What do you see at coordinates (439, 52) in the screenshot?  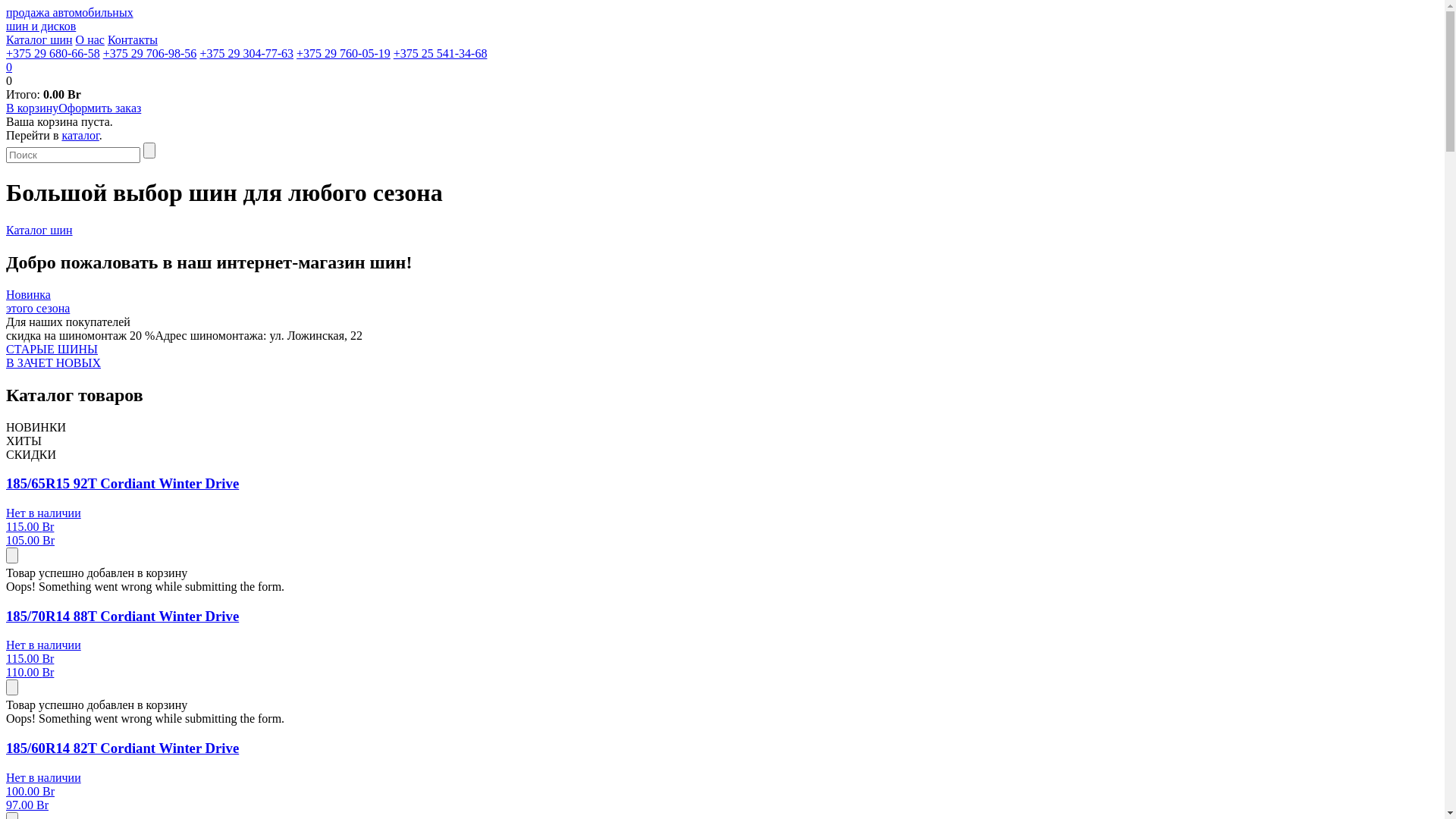 I see `'+375 25 541-34-68'` at bounding box center [439, 52].